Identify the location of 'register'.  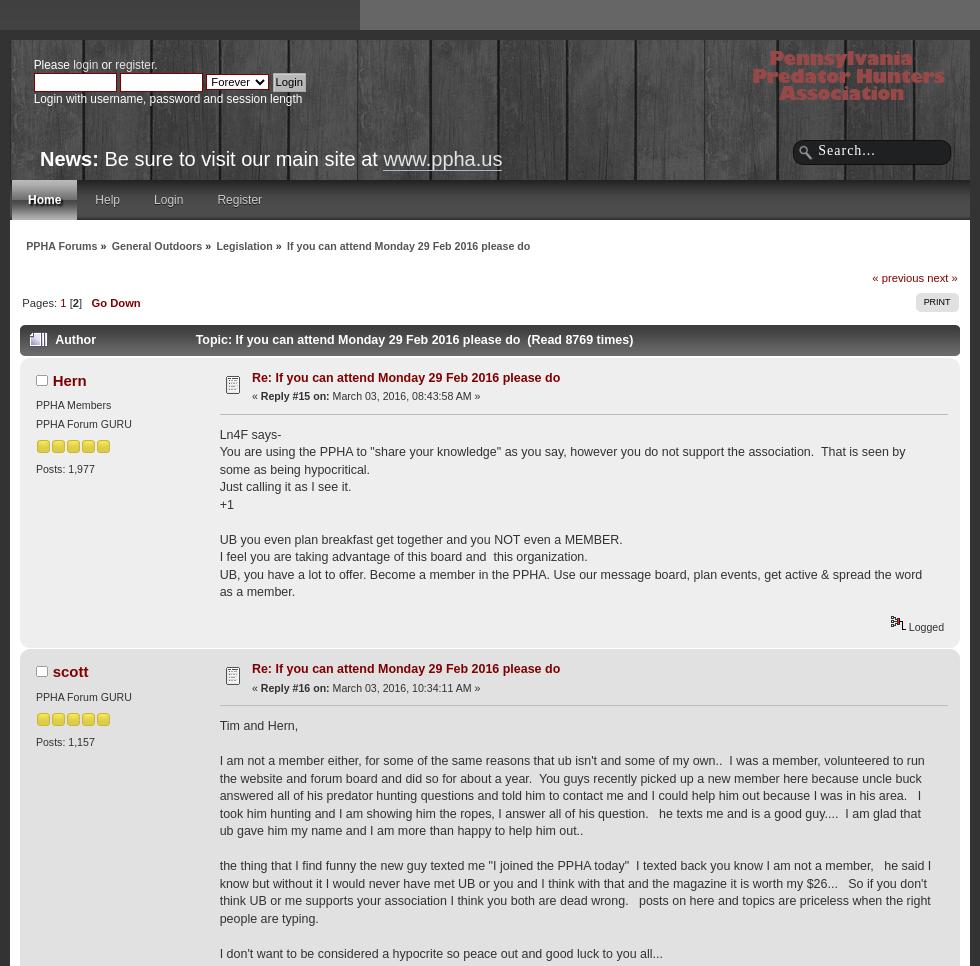
(134, 64).